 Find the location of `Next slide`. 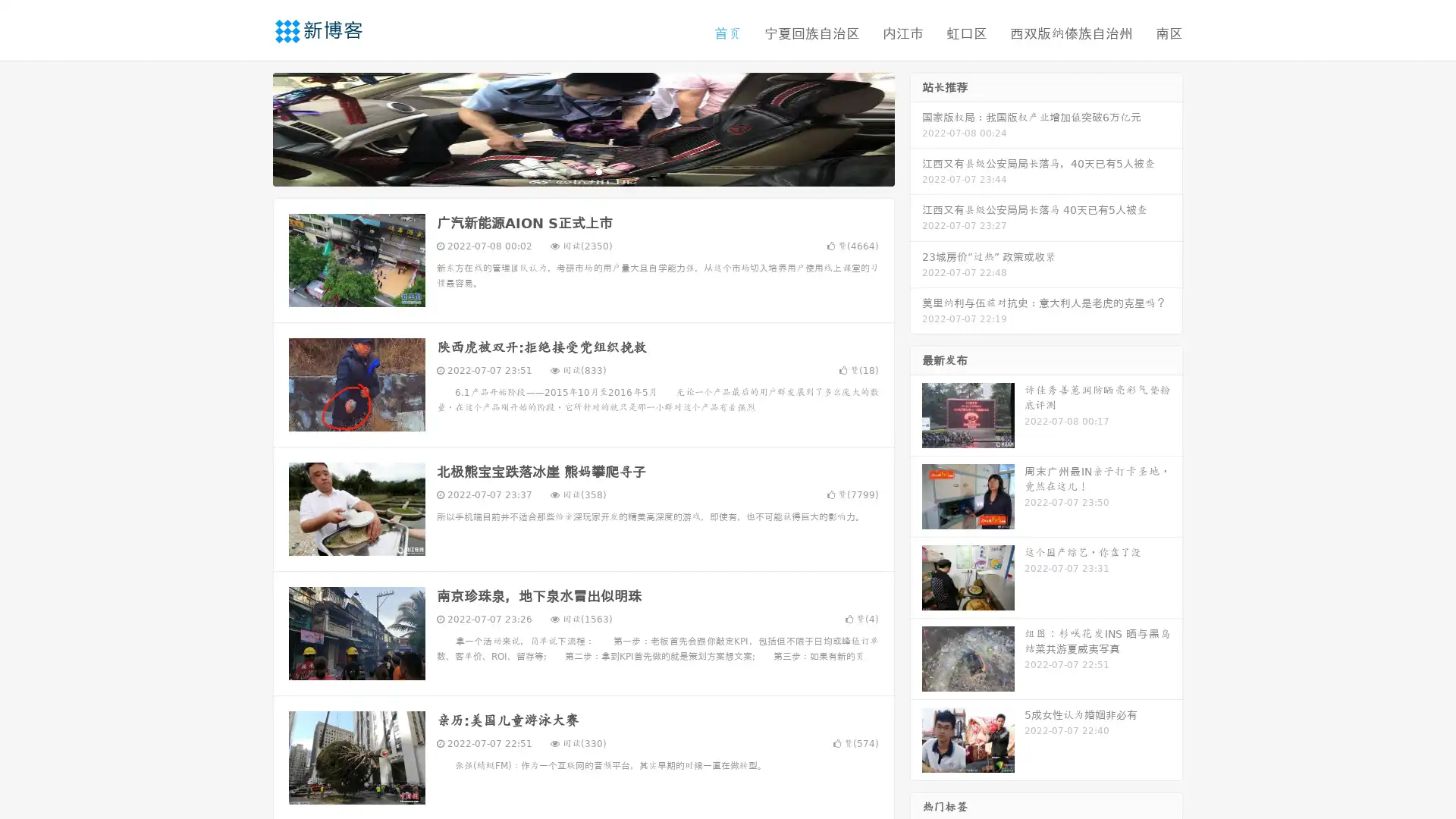

Next slide is located at coordinates (916, 127).